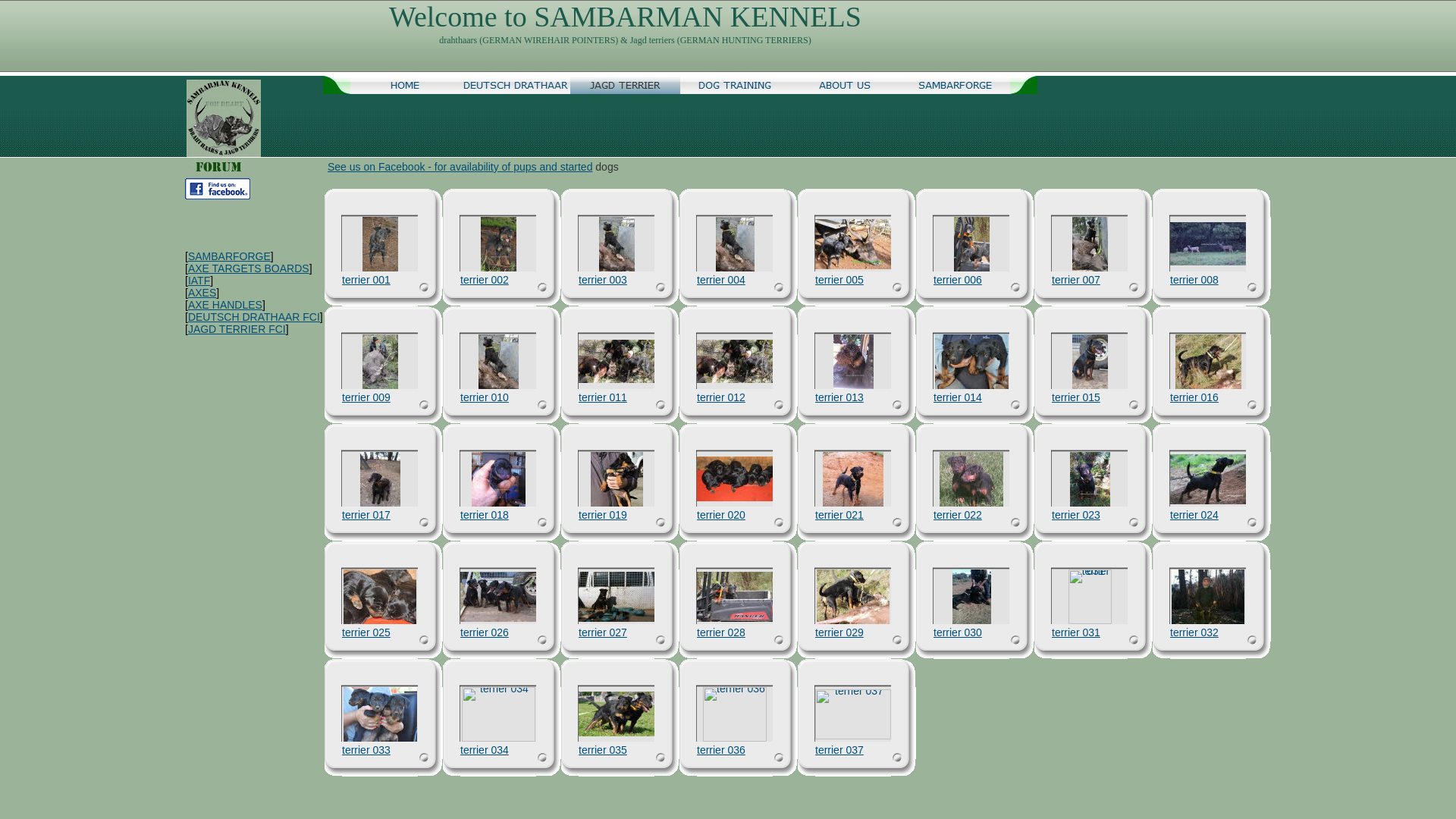 This screenshot has width=1456, height=819. Describe the element at coordinates (1207, 595) in the screenshot. I see `'terrier 032'` at that location.